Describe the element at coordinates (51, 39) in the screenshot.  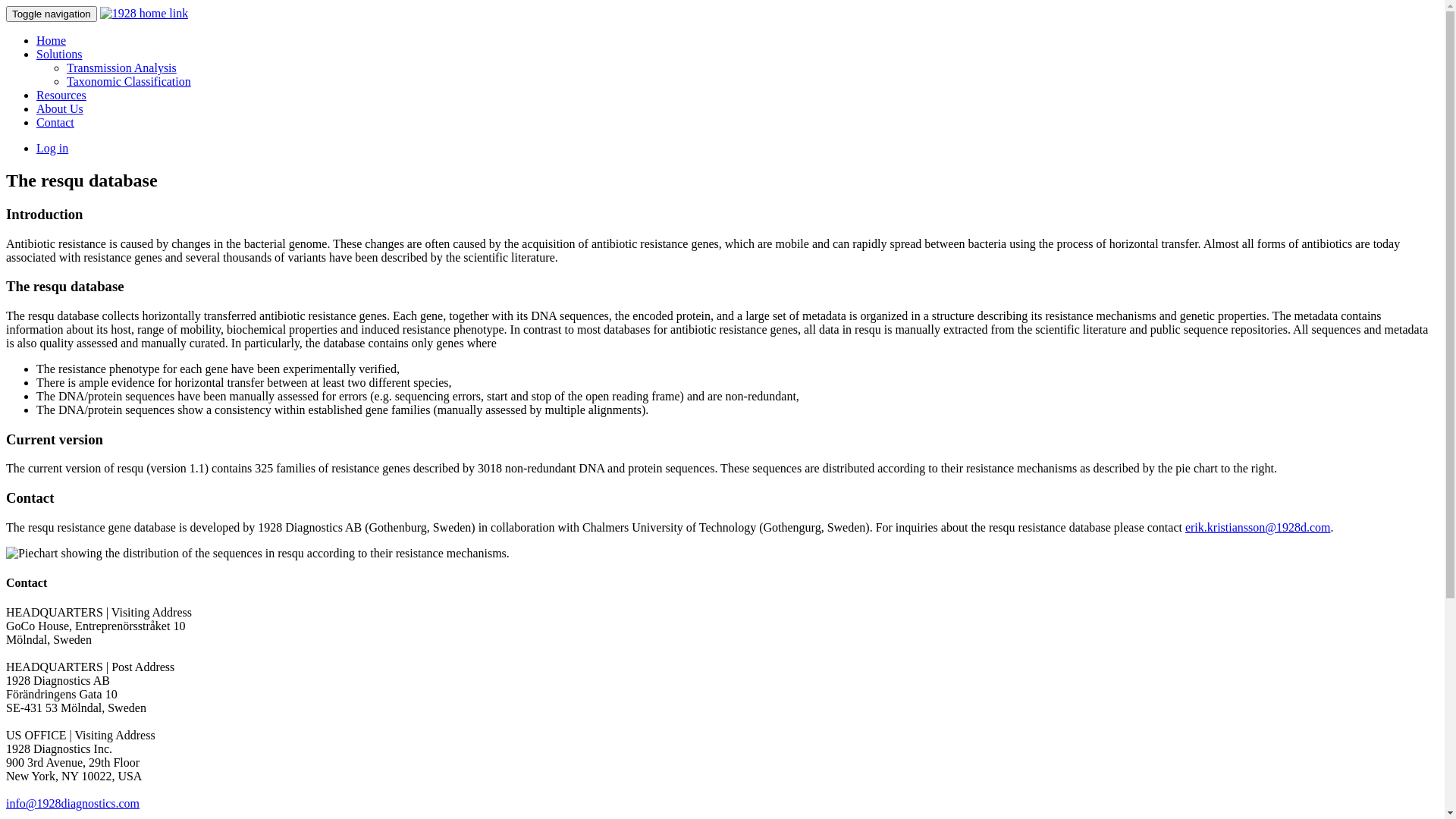
I see `'Home'` at that location.